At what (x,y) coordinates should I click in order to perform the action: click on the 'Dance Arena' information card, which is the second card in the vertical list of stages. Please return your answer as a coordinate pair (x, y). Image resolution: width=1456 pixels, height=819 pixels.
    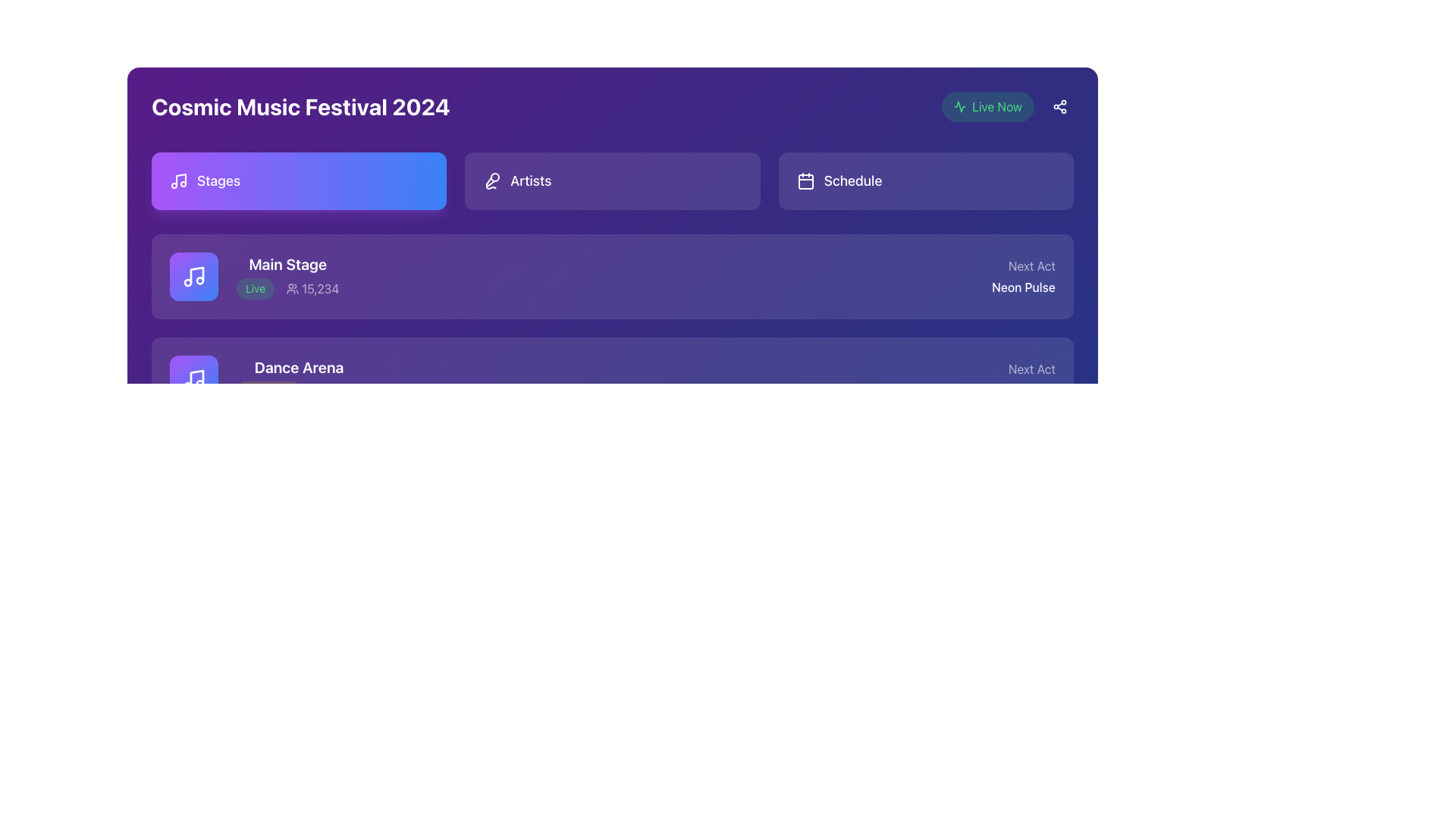
    Looking at the image, I should click on (265, 379).